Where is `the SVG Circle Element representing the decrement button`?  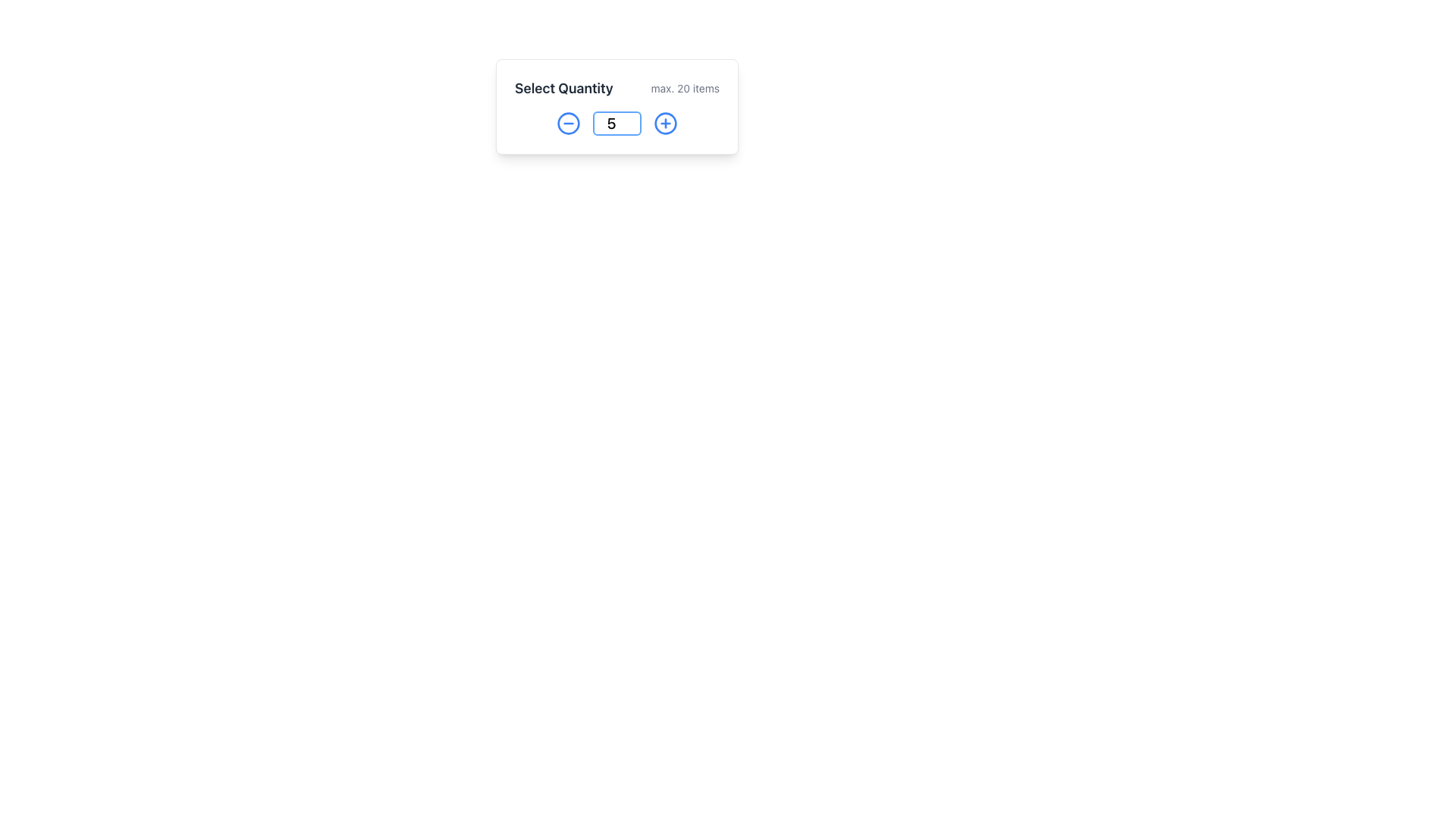
the SVG Circle Element representing the decrement button is located at coordinates (567, 122).